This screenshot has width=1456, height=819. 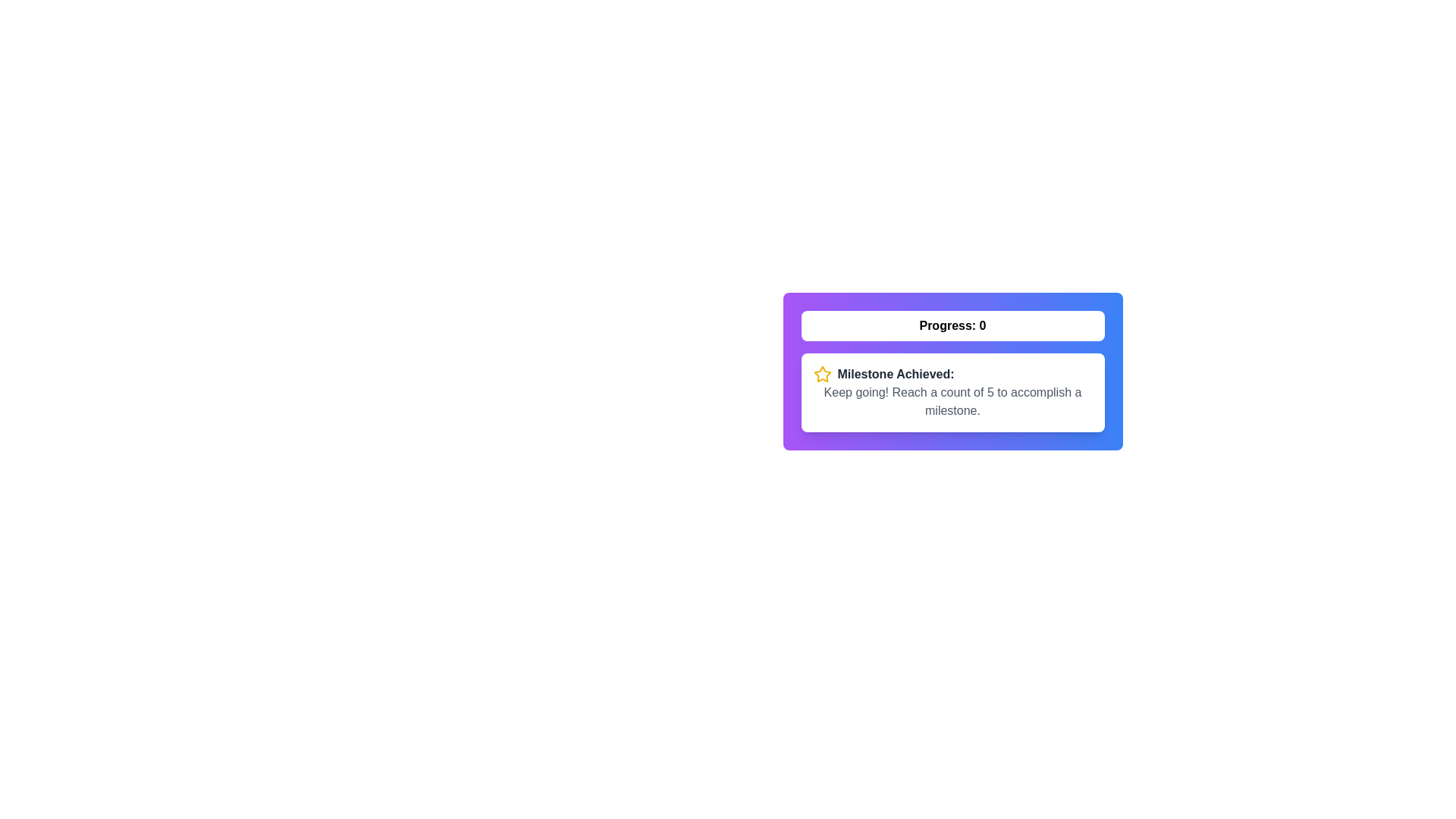 What do you see at coordinates (821, 374) in the screenshot?
I see `the display of the yellow star icon that signifies importance, located at the leftmost position of the 'Milestone Achieved:' text group` at bounding box center [821, 374].